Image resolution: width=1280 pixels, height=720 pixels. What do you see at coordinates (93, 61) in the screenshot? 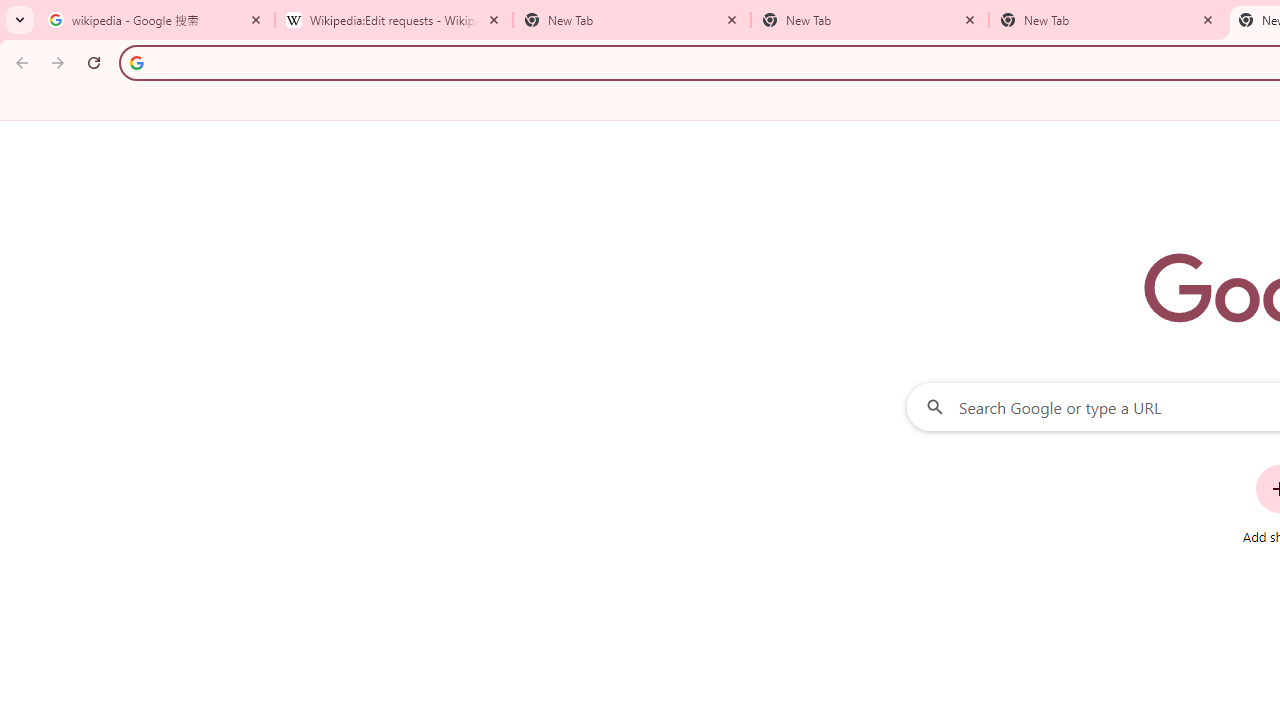
I see `'Reload'` at bounding box center [93, 61].